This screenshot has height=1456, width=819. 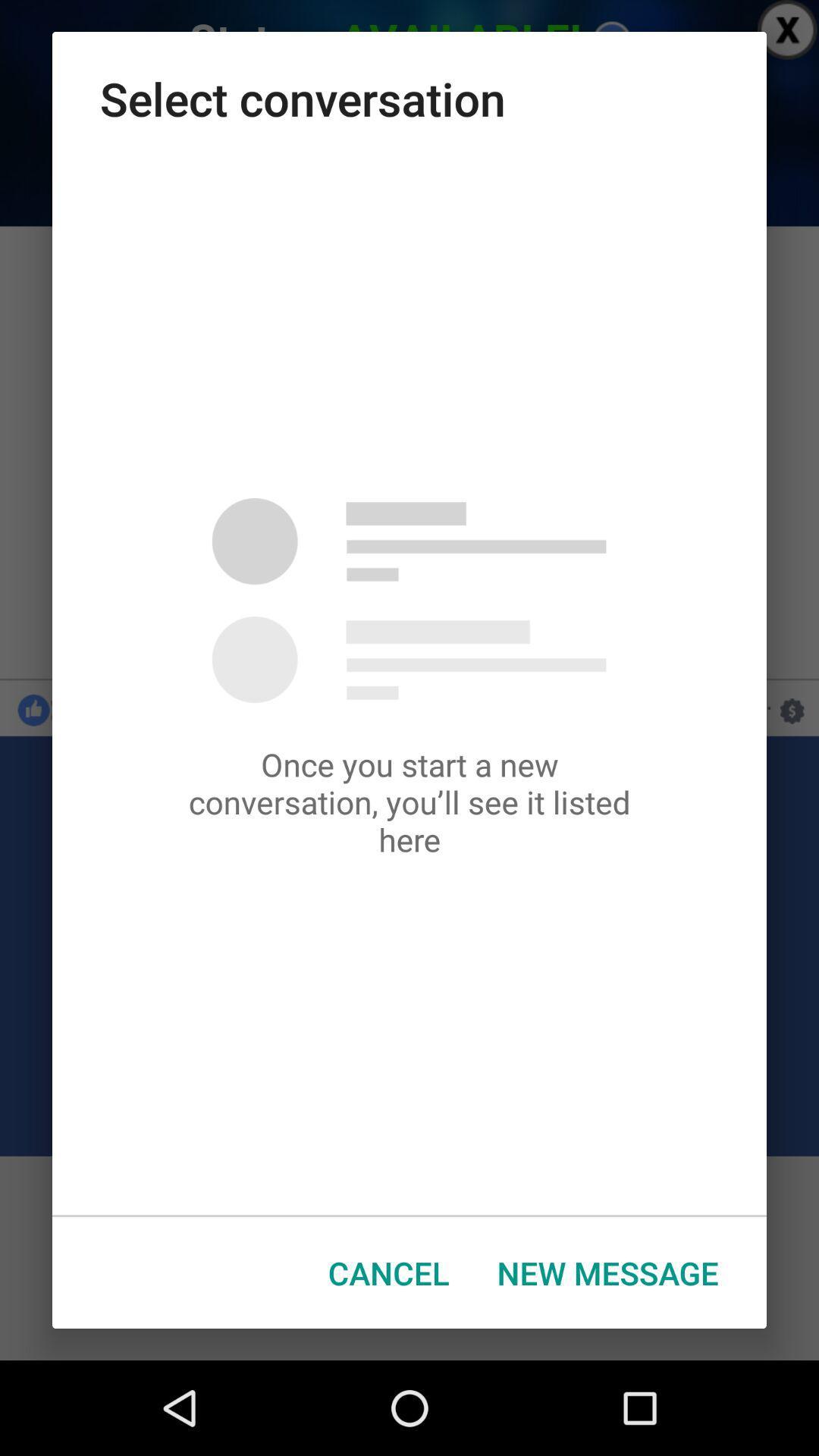 I want to click on new message, so click(x=607, y=1272).